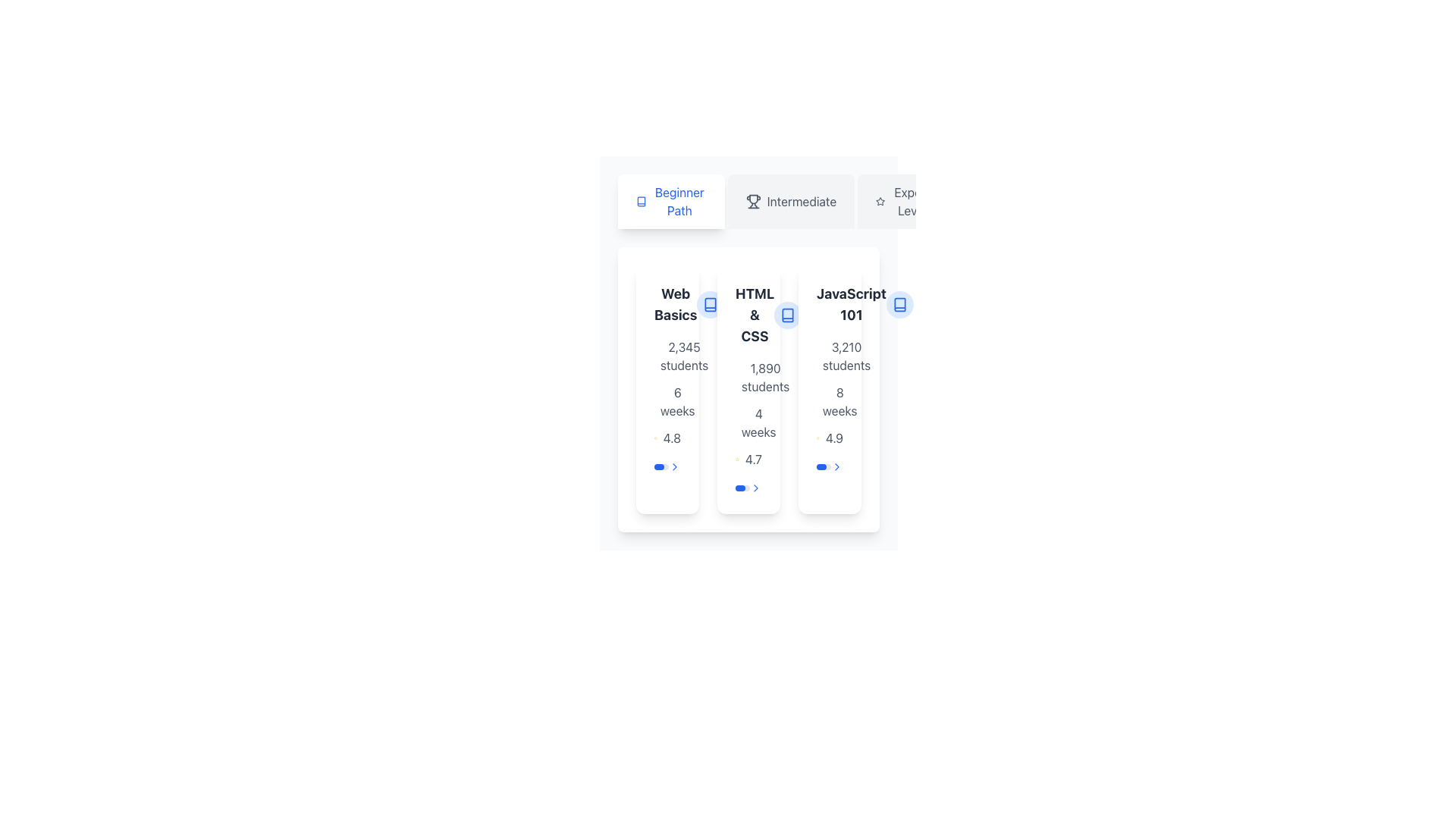 The image size is (1456, 819). Describe the element at coordinates (676, 400) in the screenshot. I see `the text label that reads '6 weeks', which is styled with a standard font and gray color, located below the '2,345 students' text in the first card of the course details` at that location.